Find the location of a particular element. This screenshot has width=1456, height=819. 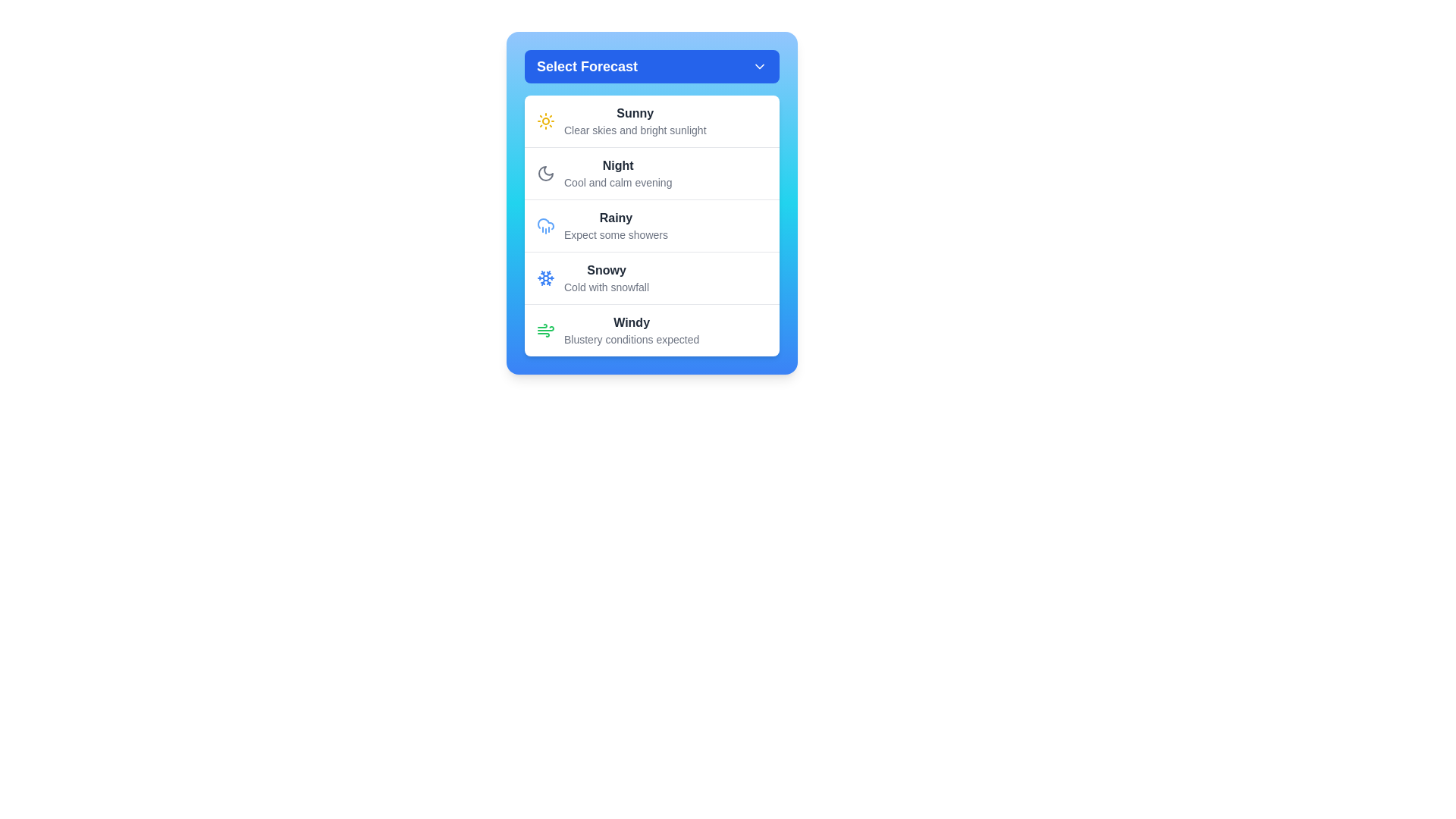

text label for the 'Windy' weather forecast condition, which is located at the bottom of the weather condition item in the vertical list of forecasts is located at coordinates (632, 322).